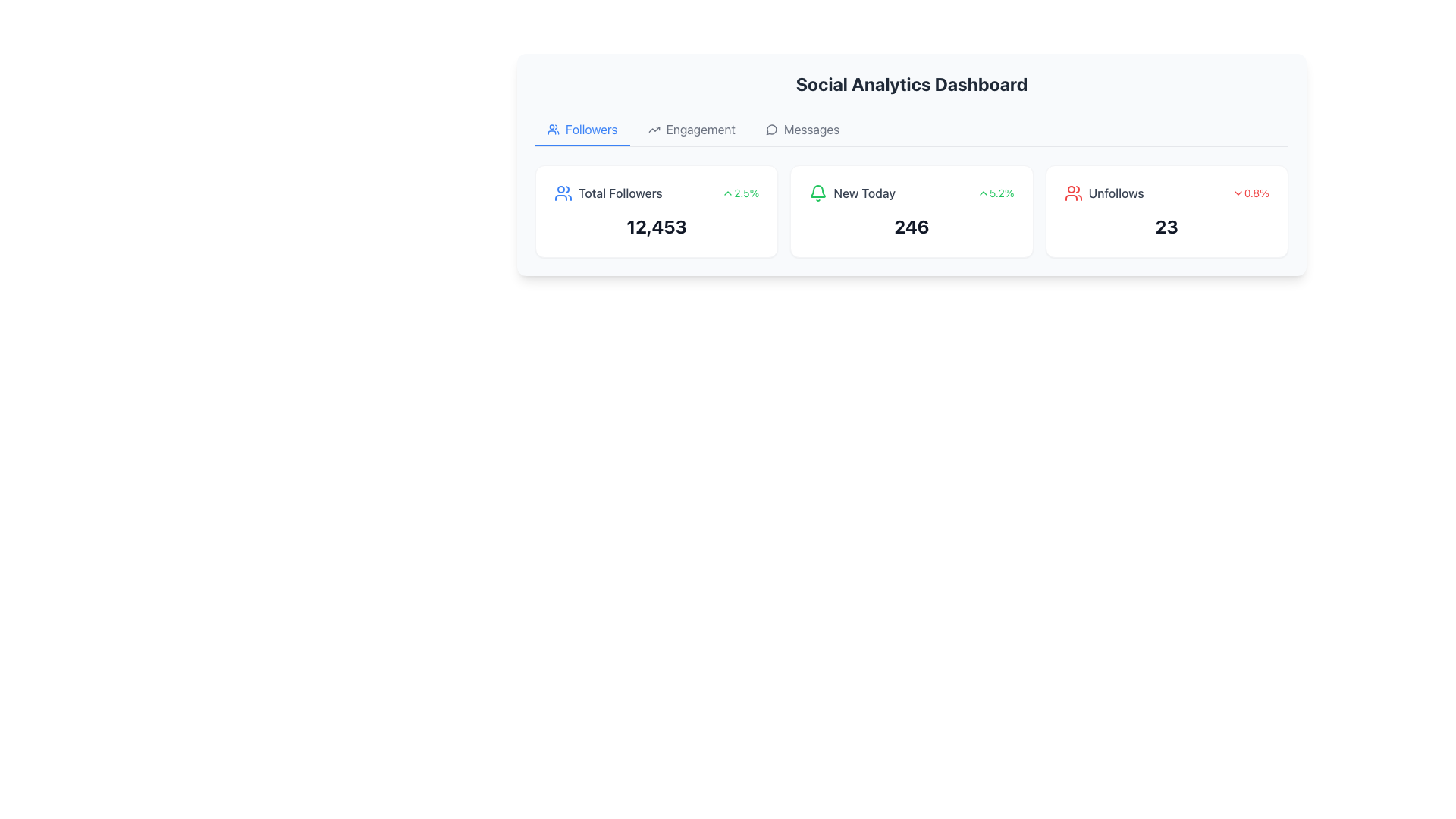  What do you see at coordinates (657, 227) in the screenshot?
I see `the Text Display that shows the total number of followers in the Social Analytics Dashboard, positioned in the center of the first card` at bounding box center [657, 227].